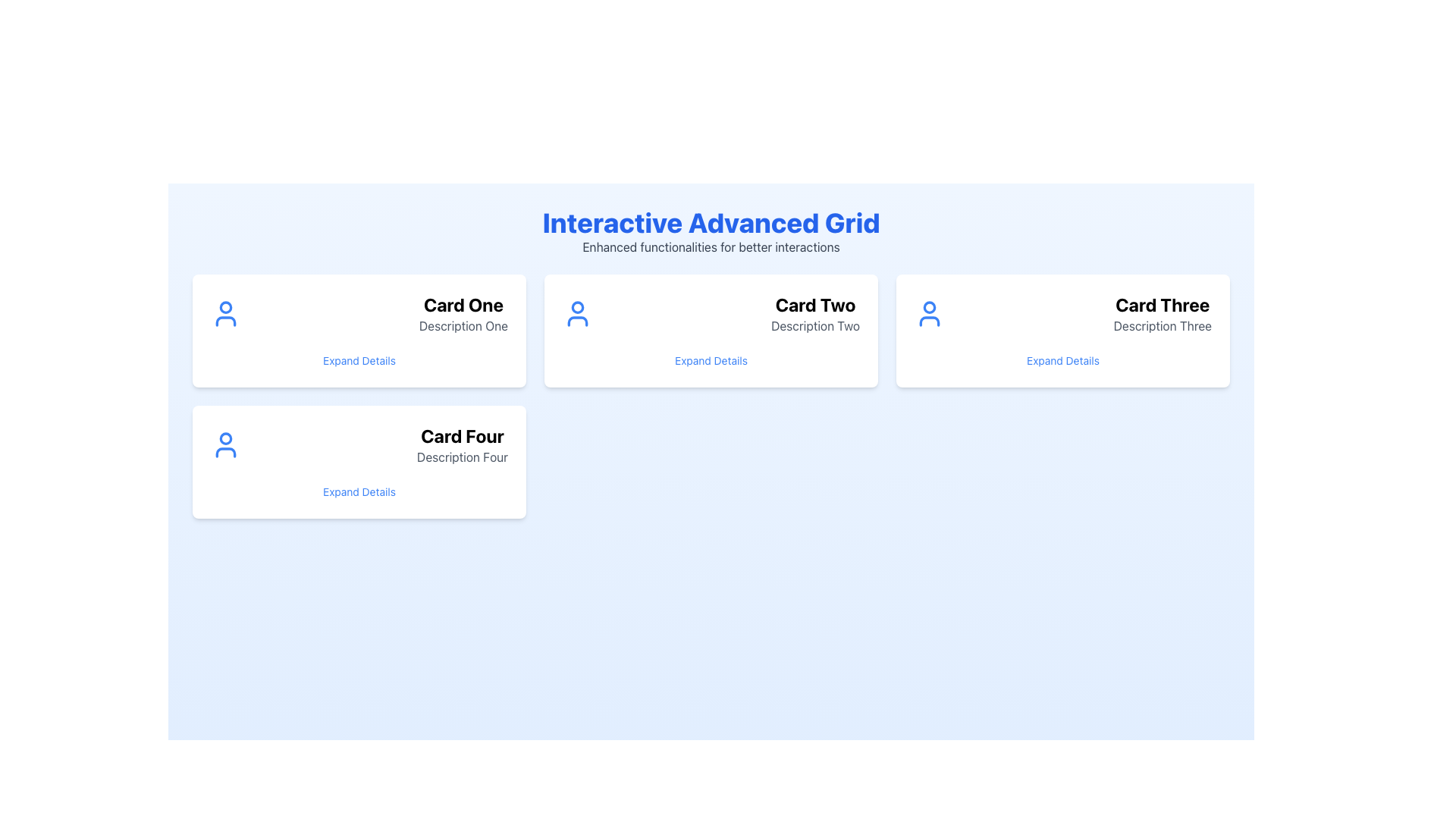 This screenshot has height=819, width=1456. What do you see at coordinates (814, 325) in the screenshot?
I see `the text label reading 'Description Two', which is styled in subdued gray and located underneath the title within 'Card Two'` at bounding box center [814, 325].